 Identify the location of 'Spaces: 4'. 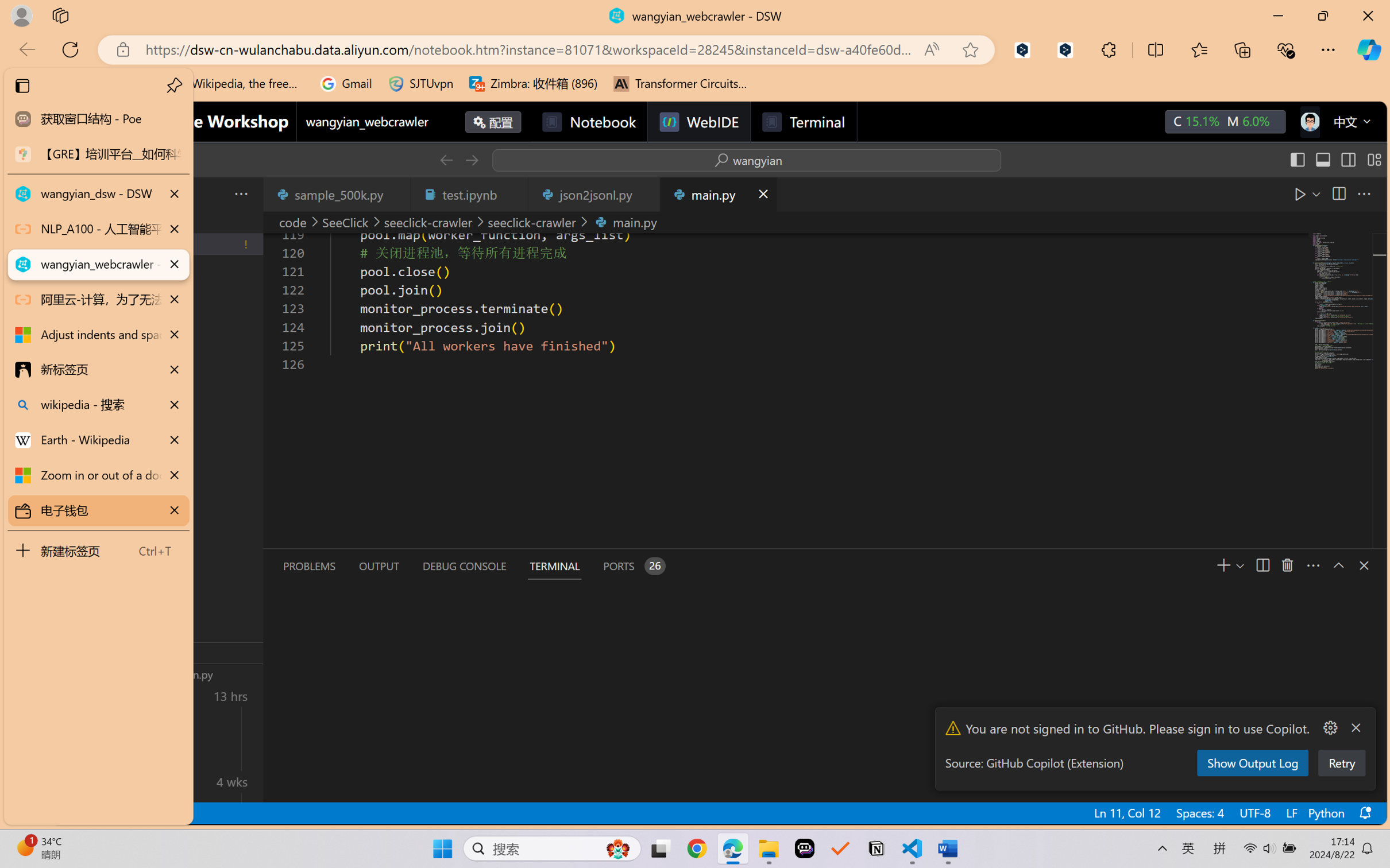
(1199, 812).